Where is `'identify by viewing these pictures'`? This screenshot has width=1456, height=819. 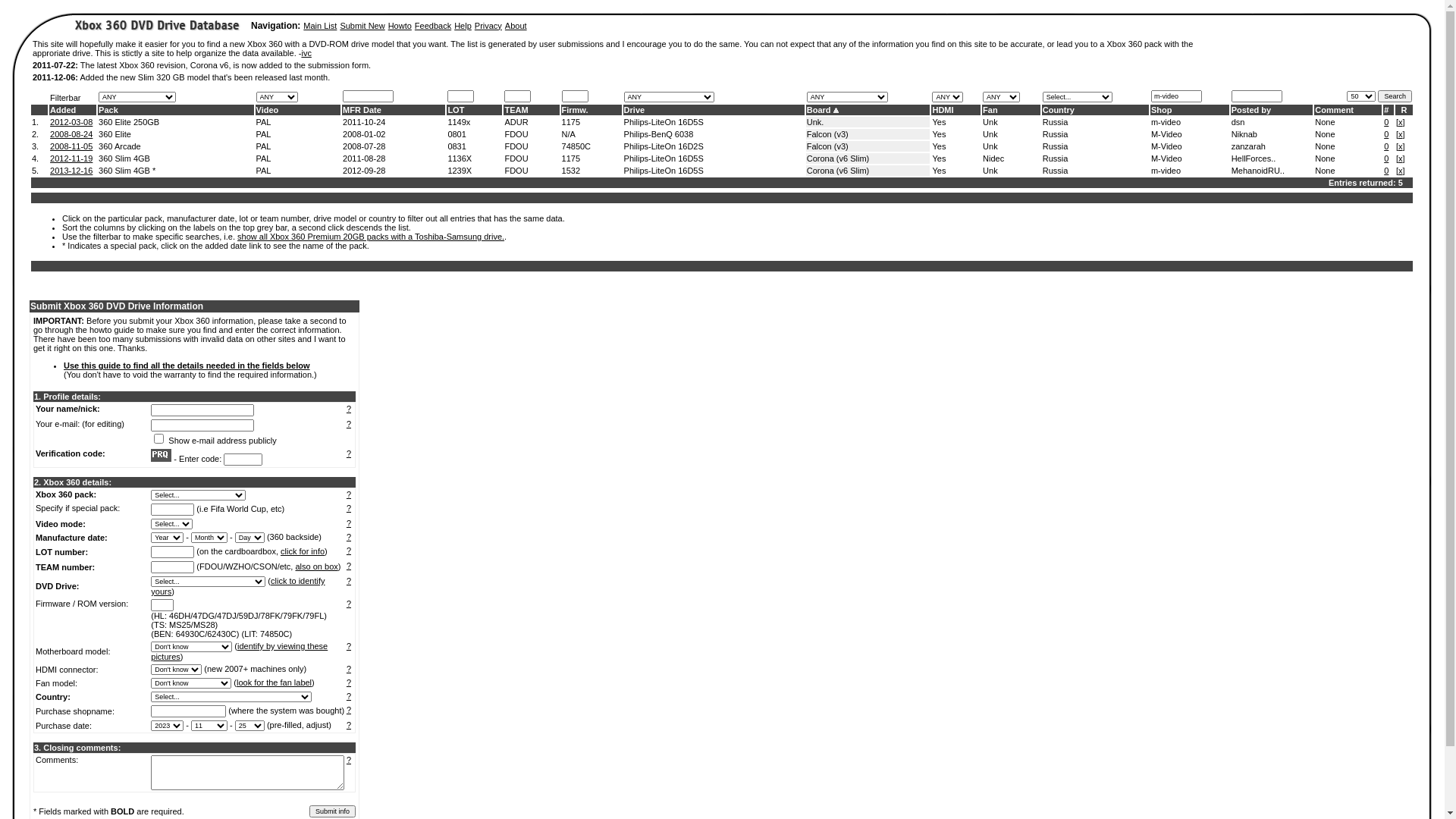
'identify by viewing these pictures' is located at coordinates (238, 651).